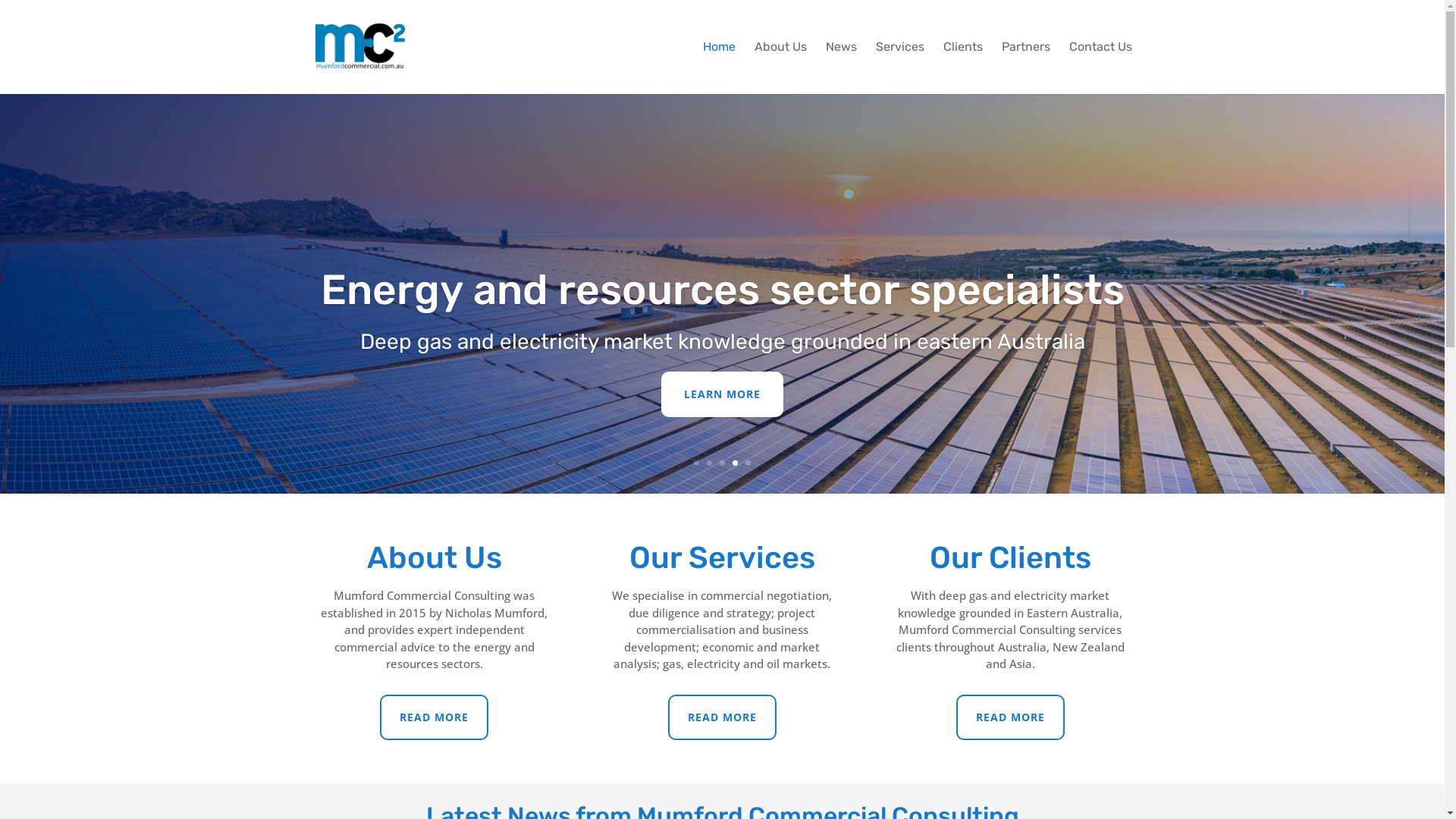 Image resolution: width=1456 pixels, height=819 pixels. What do you see at coordinates (962, 67) in the screenshot?
I see `'Clients'` at bounding box center [962, 67].